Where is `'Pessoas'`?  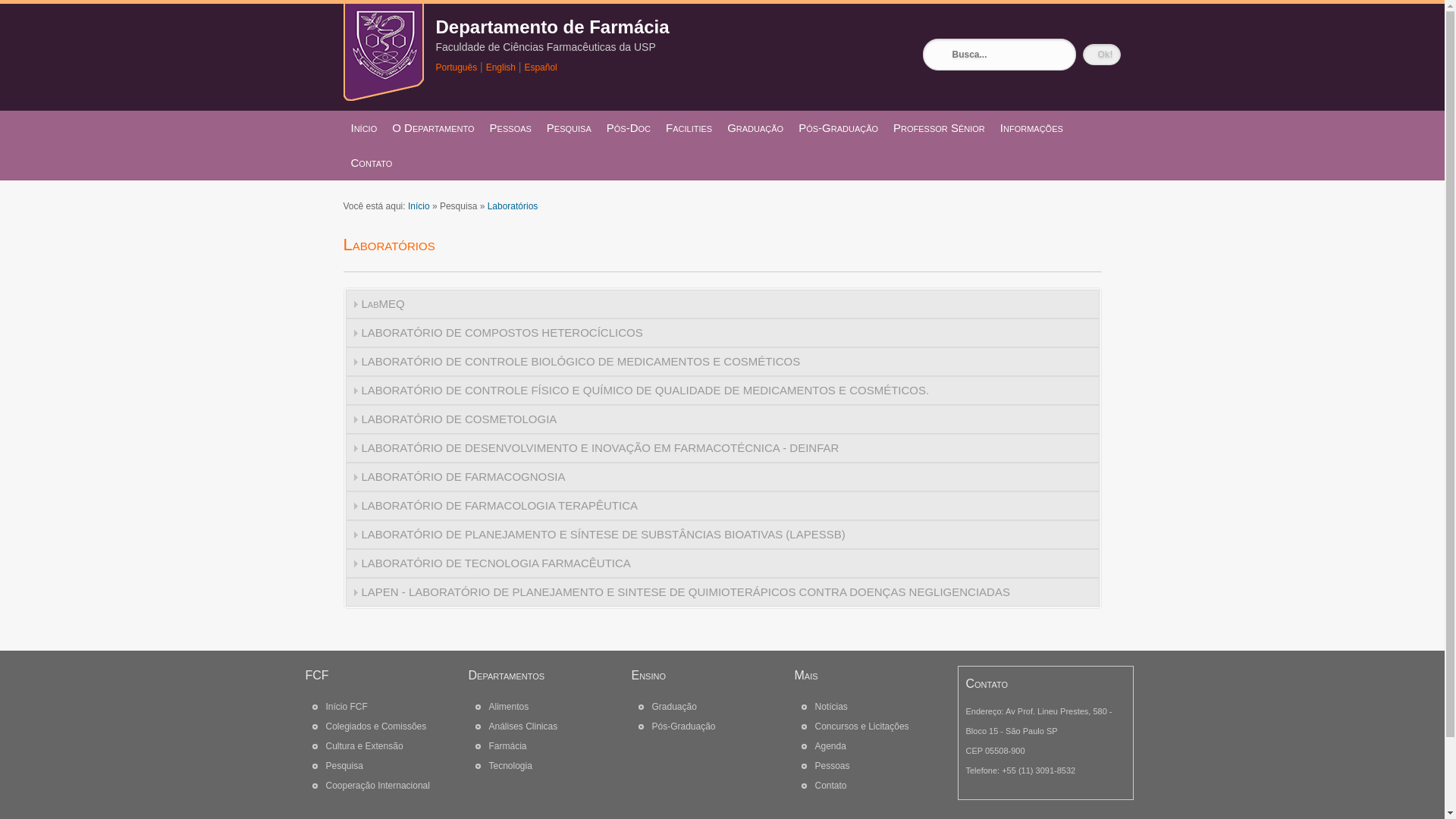 'Pessoas' is located at coordinates (510, 127).